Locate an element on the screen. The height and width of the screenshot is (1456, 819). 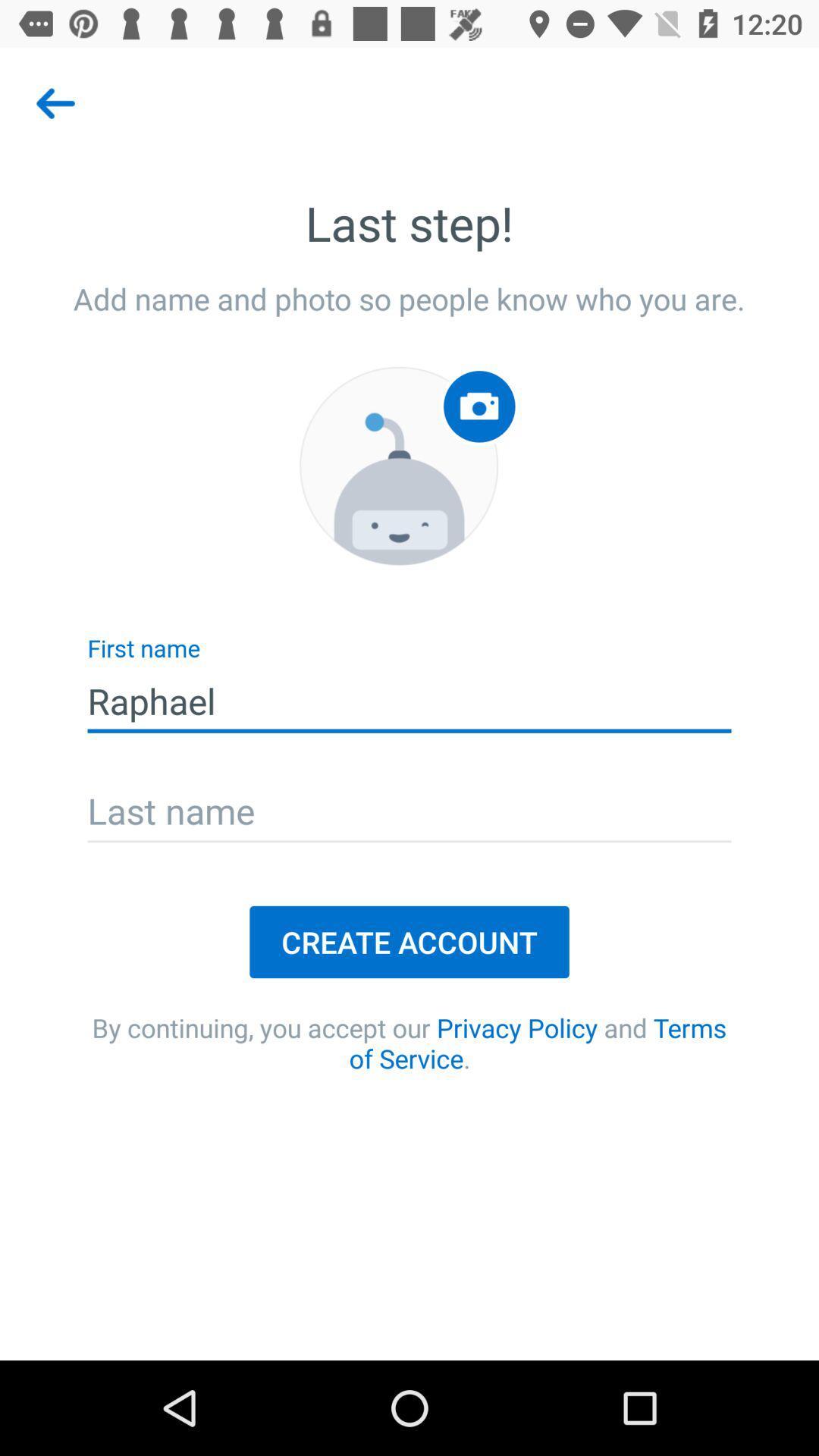
icon above the raphael icon is located at coordinates (398, 465).